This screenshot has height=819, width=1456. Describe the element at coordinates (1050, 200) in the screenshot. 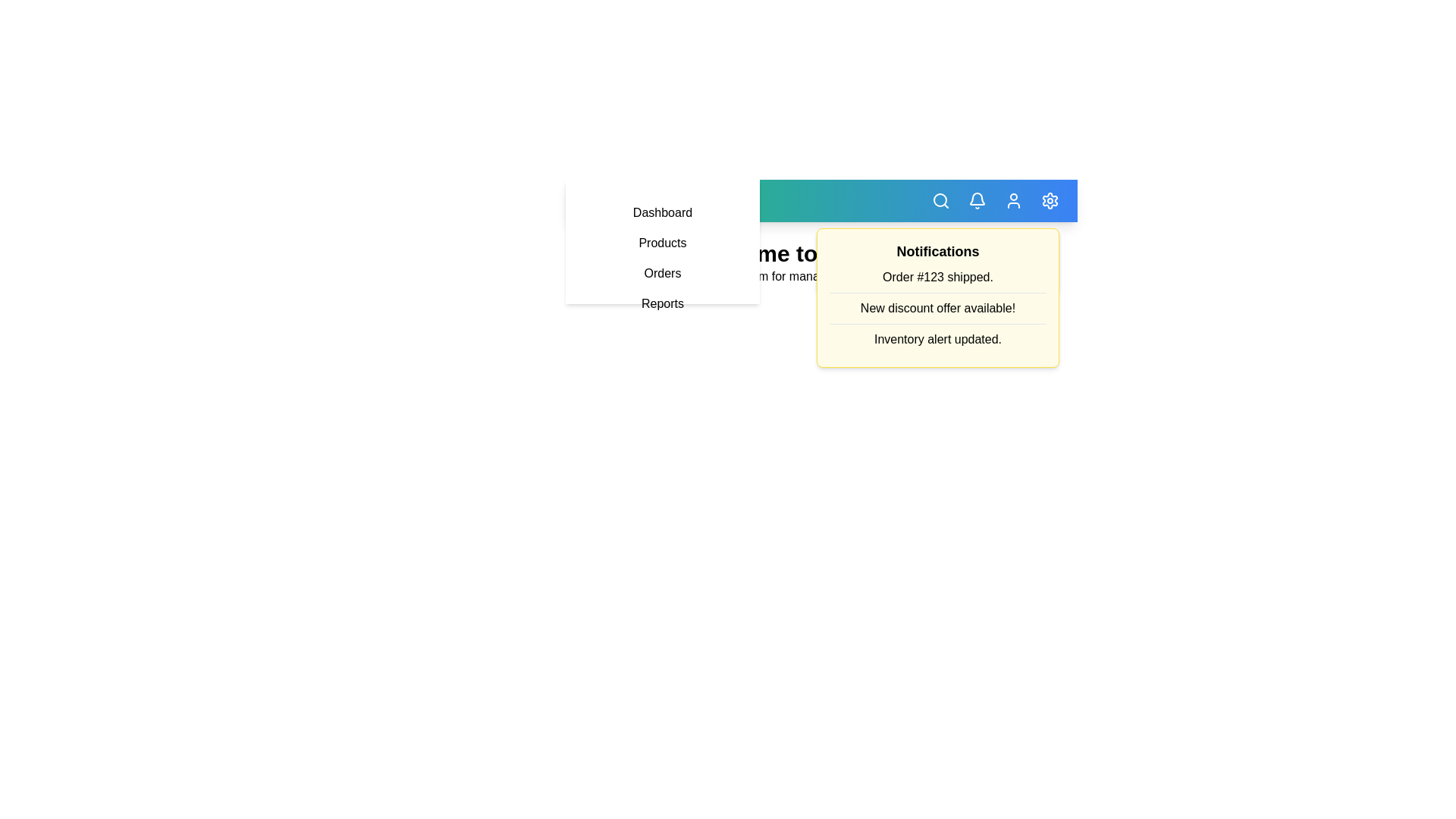

I see `the settings icon button located at the right end of the icon button row in the header` at that location.